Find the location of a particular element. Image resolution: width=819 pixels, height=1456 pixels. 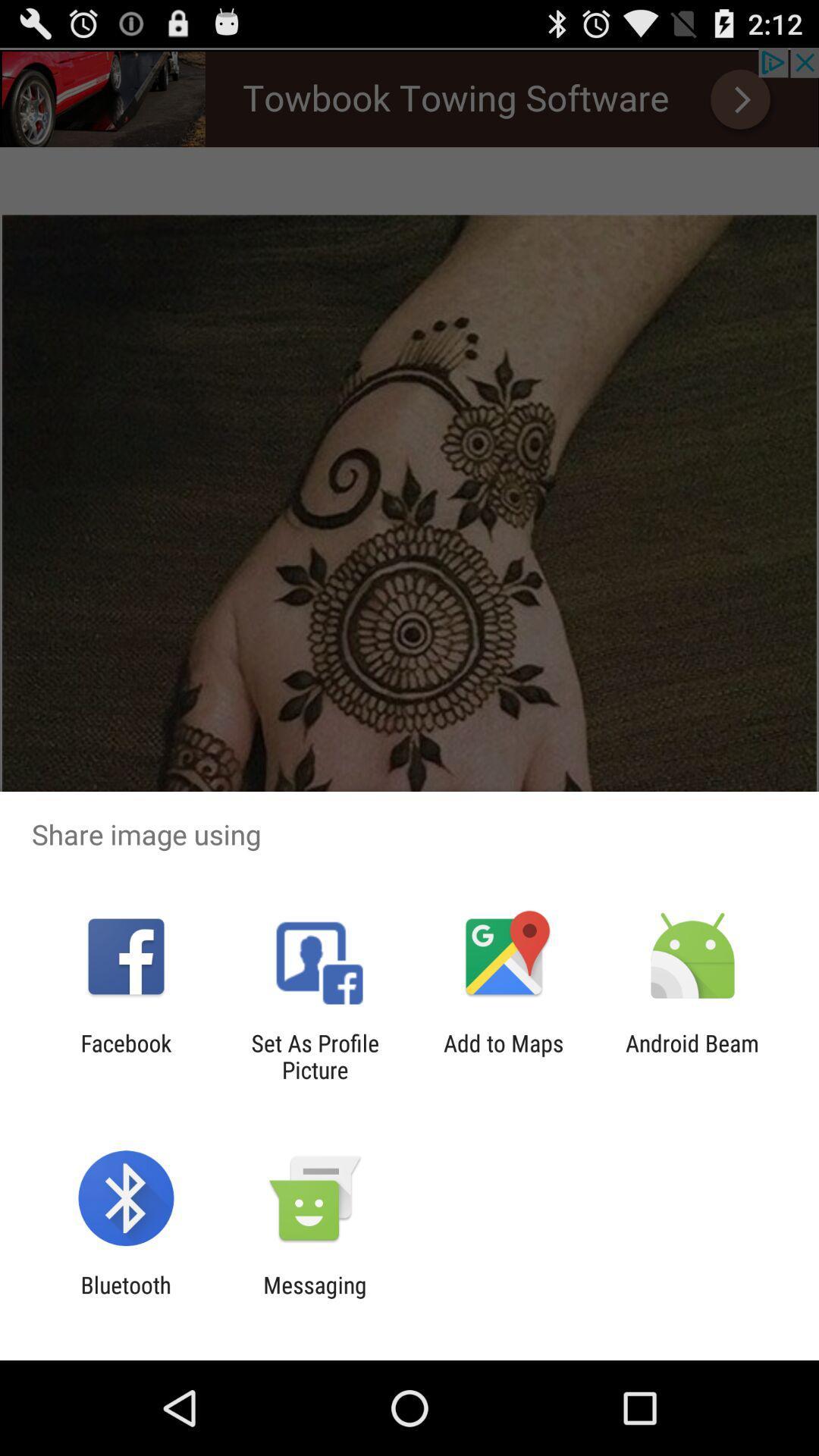

the item to the right of the facebook icon is located at coordinates (314, 1056).